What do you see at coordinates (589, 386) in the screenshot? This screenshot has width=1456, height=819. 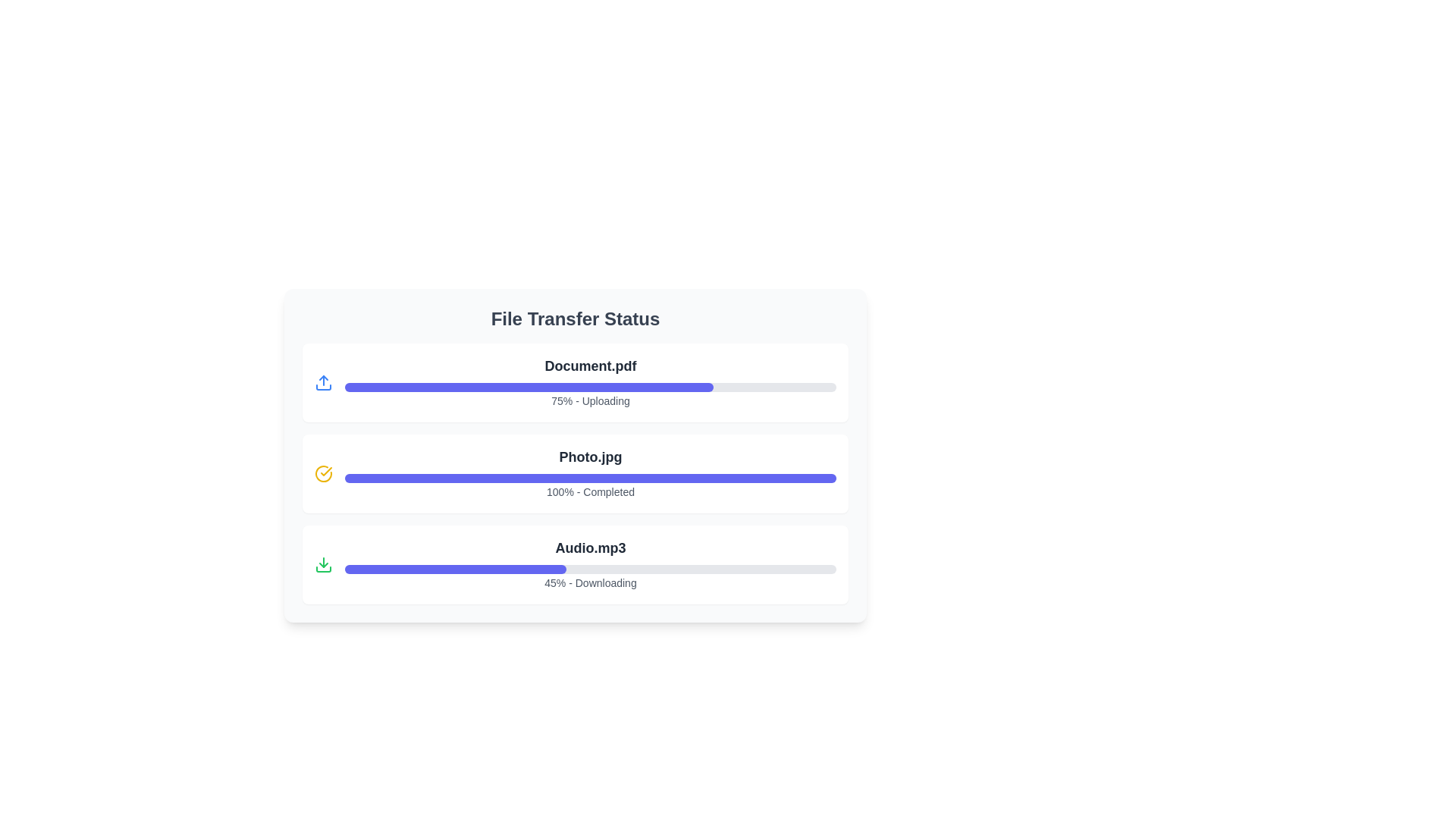 I see `the progress bar indicating the upload progress of 'Document.pdf', which is visually represented by a blue portion that changes dynamically based on the progress percentage` at bounding box center [589, 386].